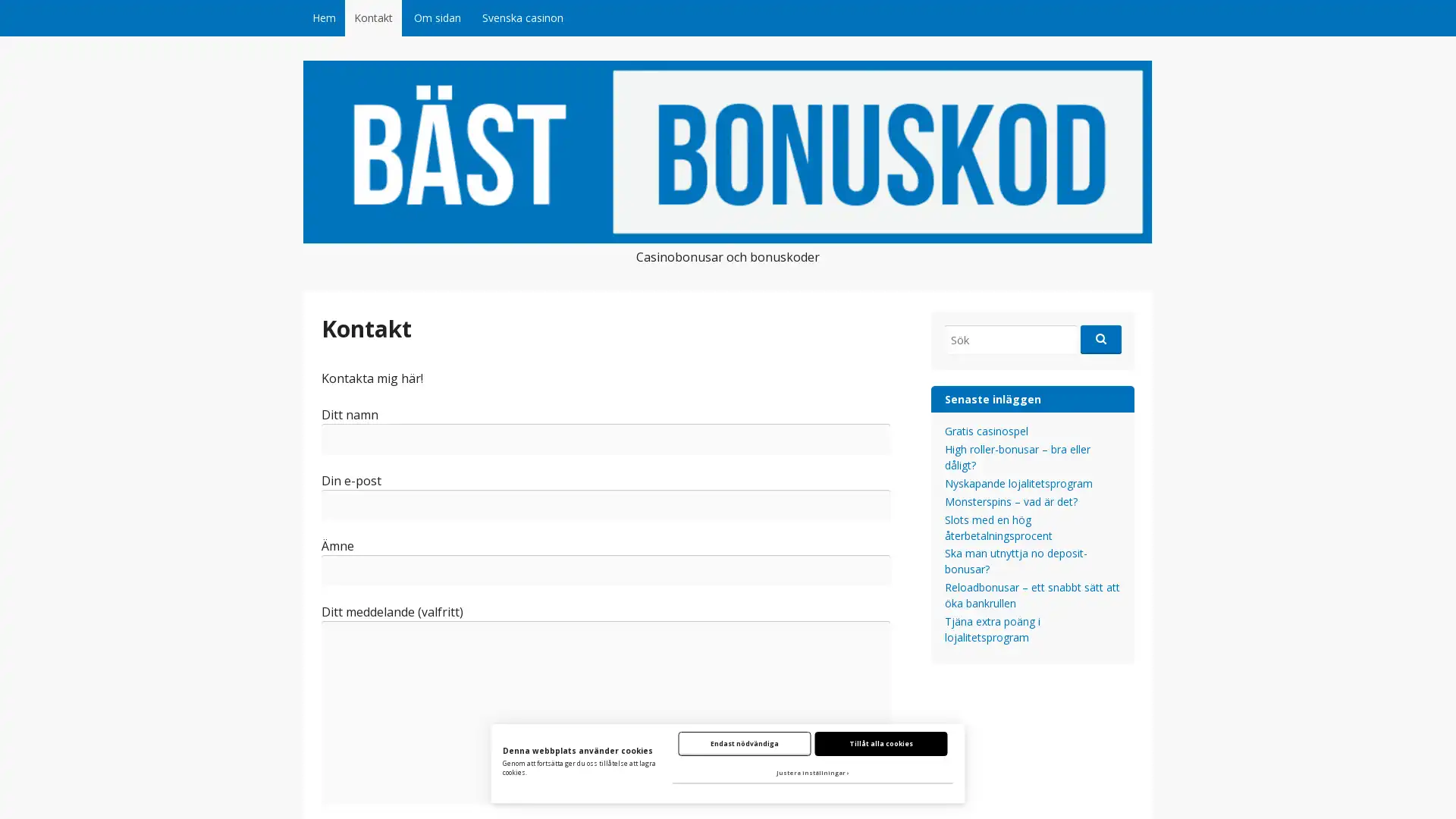 This screenshot has height=819, width=1456. Describe the element at coordinates (744, 742) in the screenshot. I see `Endast nodvandiga` at that location.